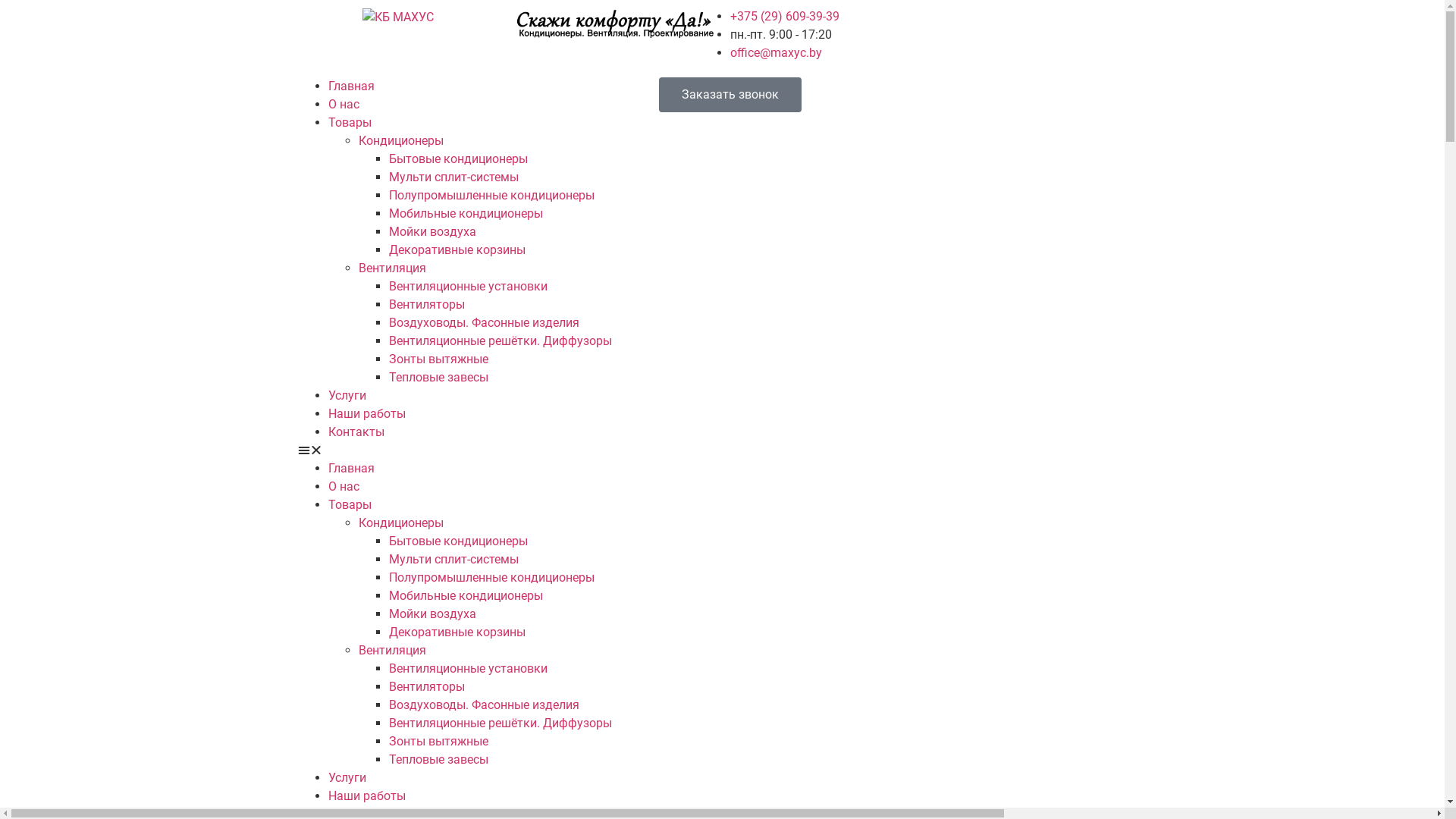 The height and width of the screenshot is (819, 1456). Describe the element at coordinates (775, 52) in the screenshot. I see `'office@maxyc.by'` at that location.